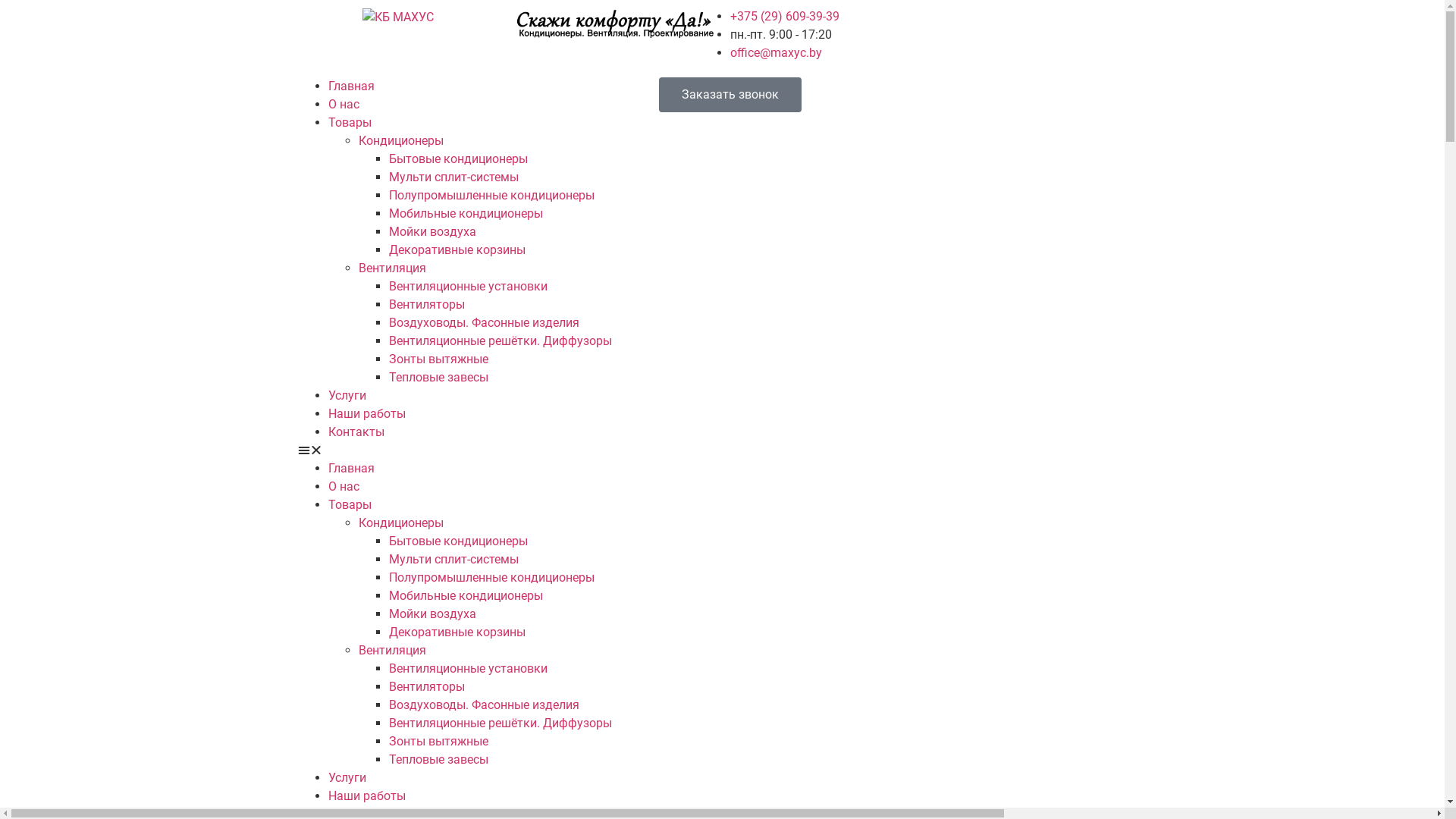 The height and width of the screenshot is (819, 1456). Describe the element at coordinates (775, 52) in the screenshot. I see `'office@maxyc.by'` at that location.